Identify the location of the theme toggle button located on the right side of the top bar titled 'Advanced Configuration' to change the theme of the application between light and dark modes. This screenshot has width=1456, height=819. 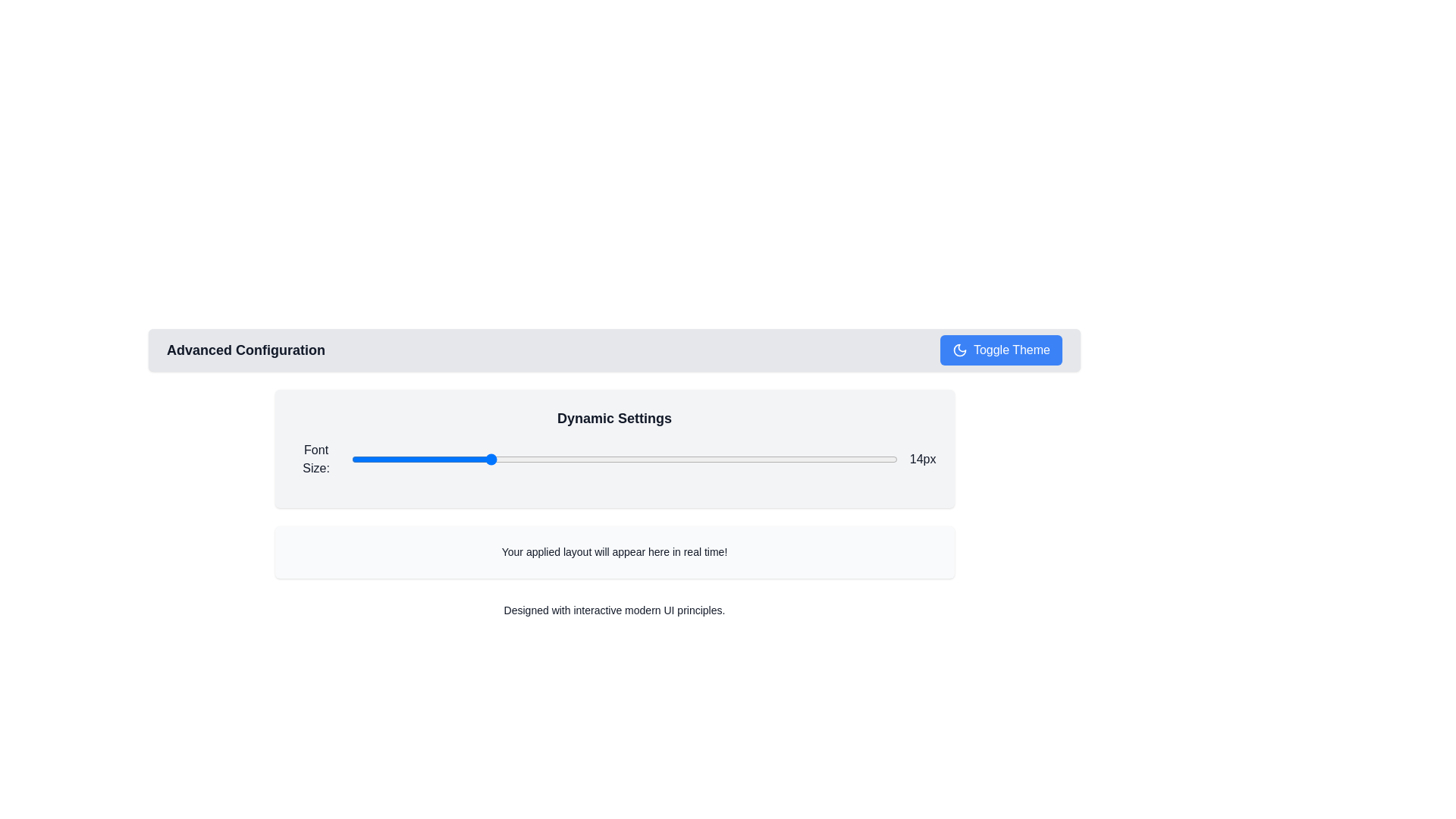
(1001, 350).